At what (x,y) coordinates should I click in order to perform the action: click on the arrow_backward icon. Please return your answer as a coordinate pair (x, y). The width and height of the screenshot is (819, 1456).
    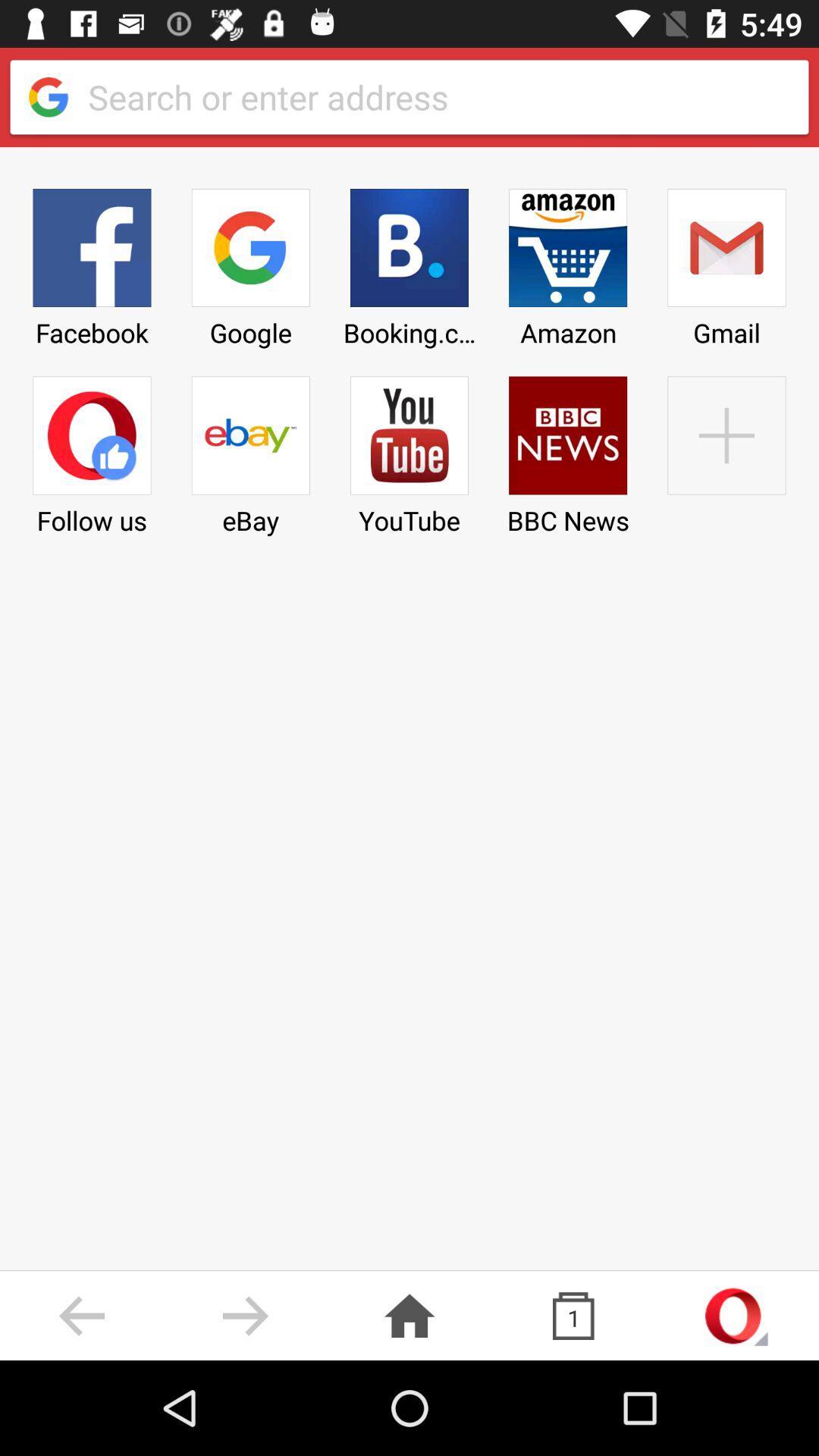
    Looking at the image, I should click on (82, 1315).